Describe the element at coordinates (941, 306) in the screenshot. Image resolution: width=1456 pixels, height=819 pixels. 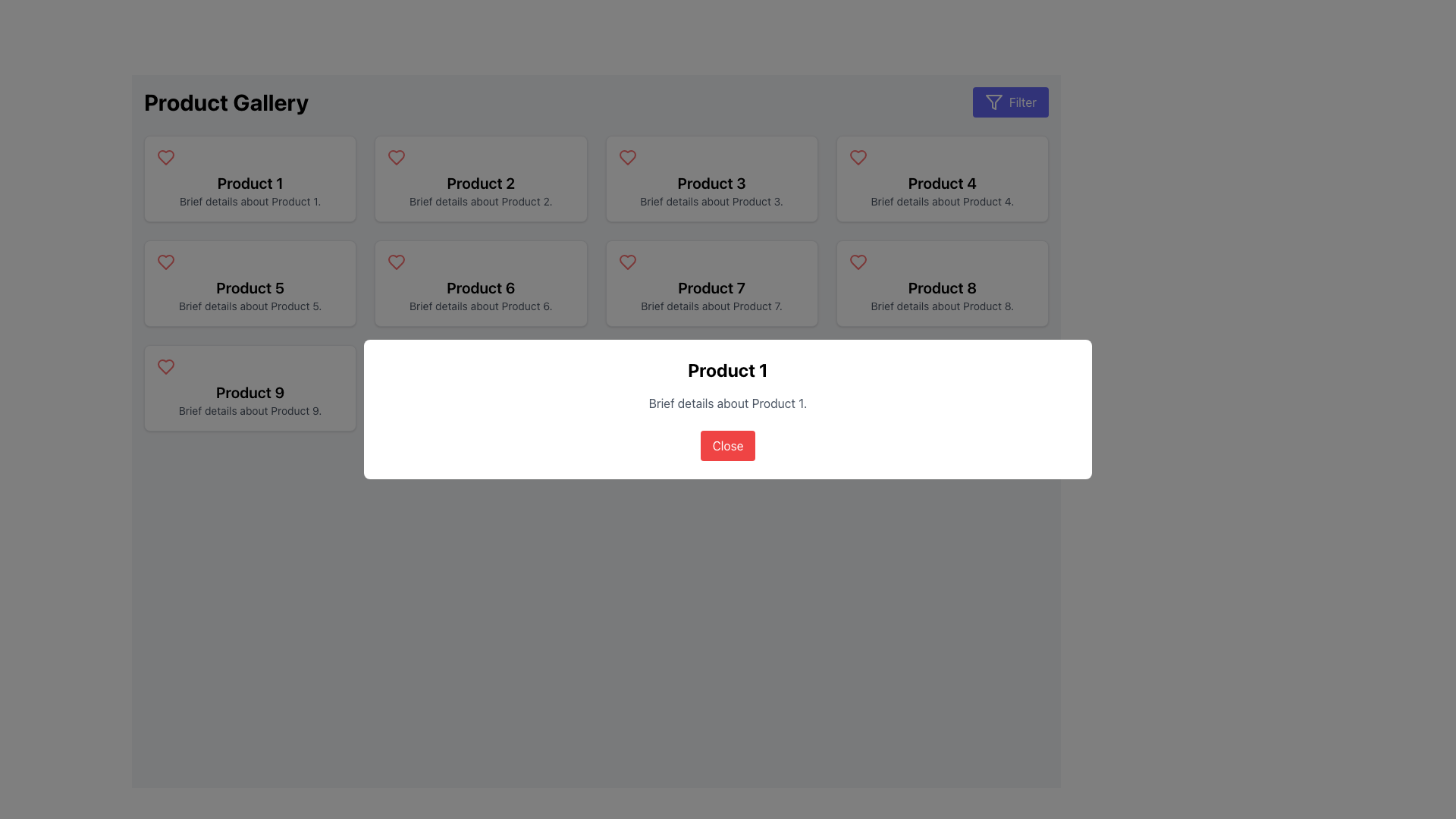
I see `the text displaying 'Brief details about Product 8.' located within the card for Product 8` at that location.